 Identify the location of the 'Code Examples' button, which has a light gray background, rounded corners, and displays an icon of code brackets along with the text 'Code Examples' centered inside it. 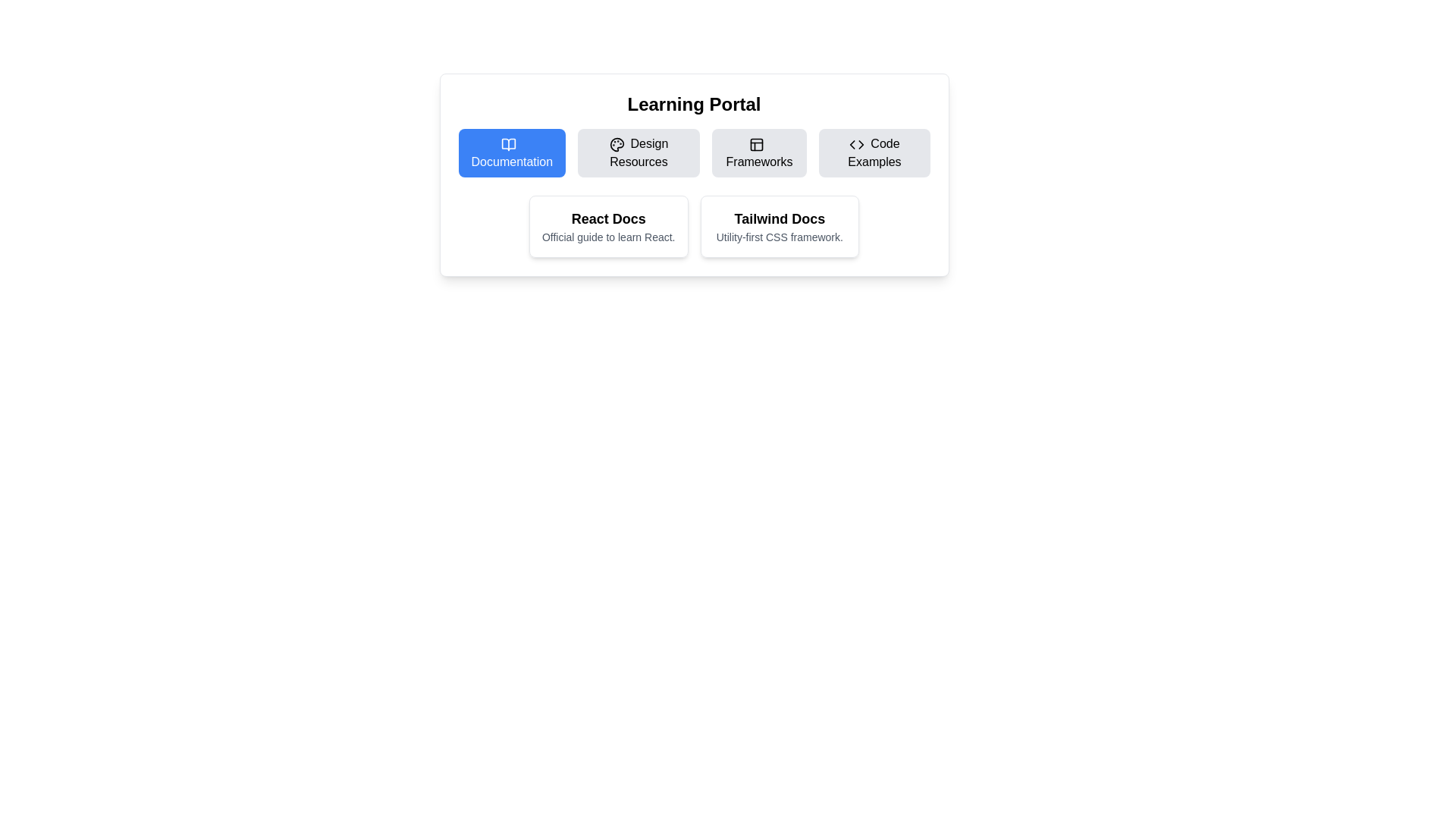
(874, 152).